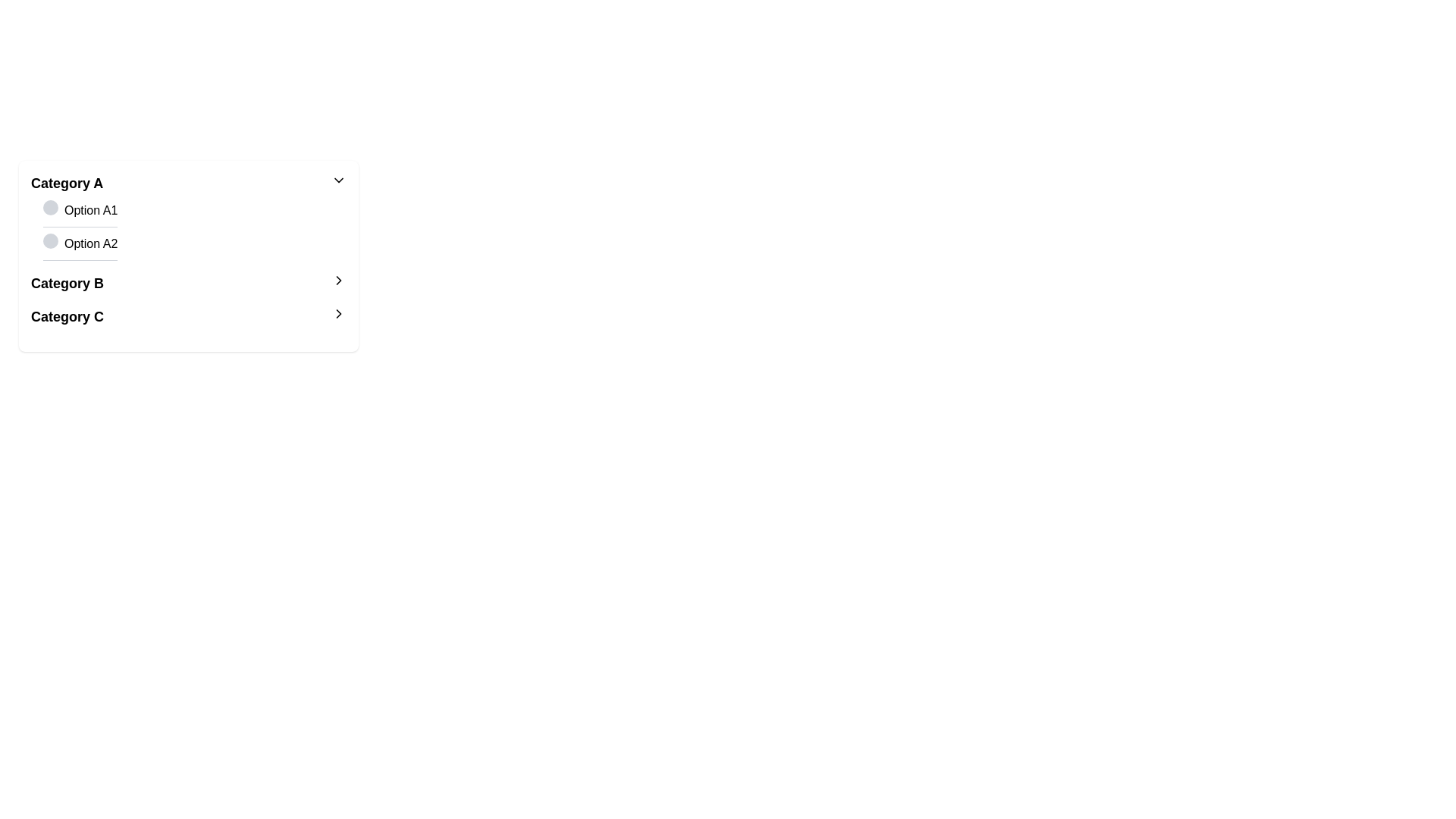 This screenshot has height=819, width=1456. I want to click on the right-pointing chevron icon located to the right of the 'Category B' text option in the dropdown panel, so click(337, 312).